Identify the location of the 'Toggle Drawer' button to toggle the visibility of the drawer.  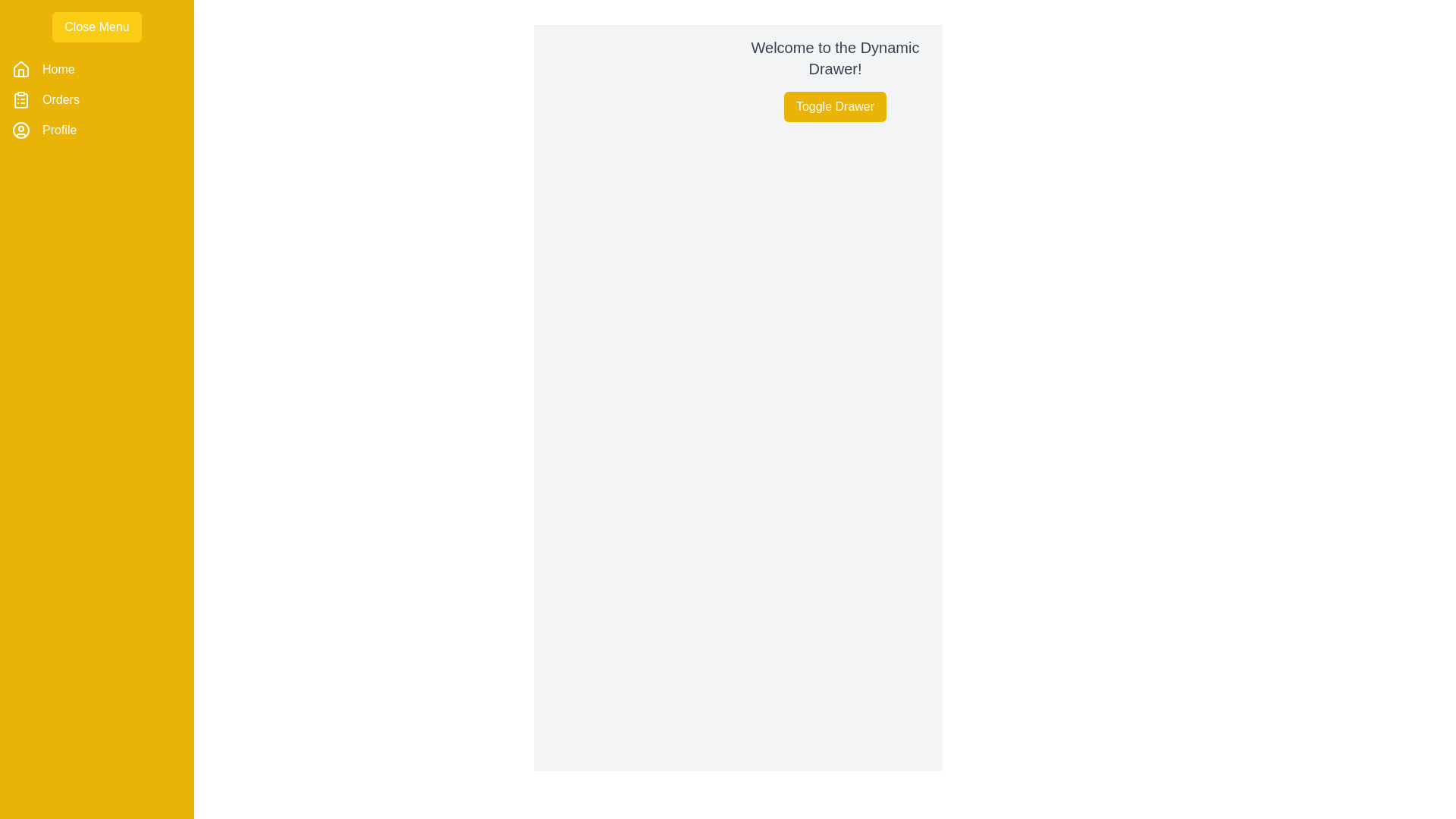
(834, 106).